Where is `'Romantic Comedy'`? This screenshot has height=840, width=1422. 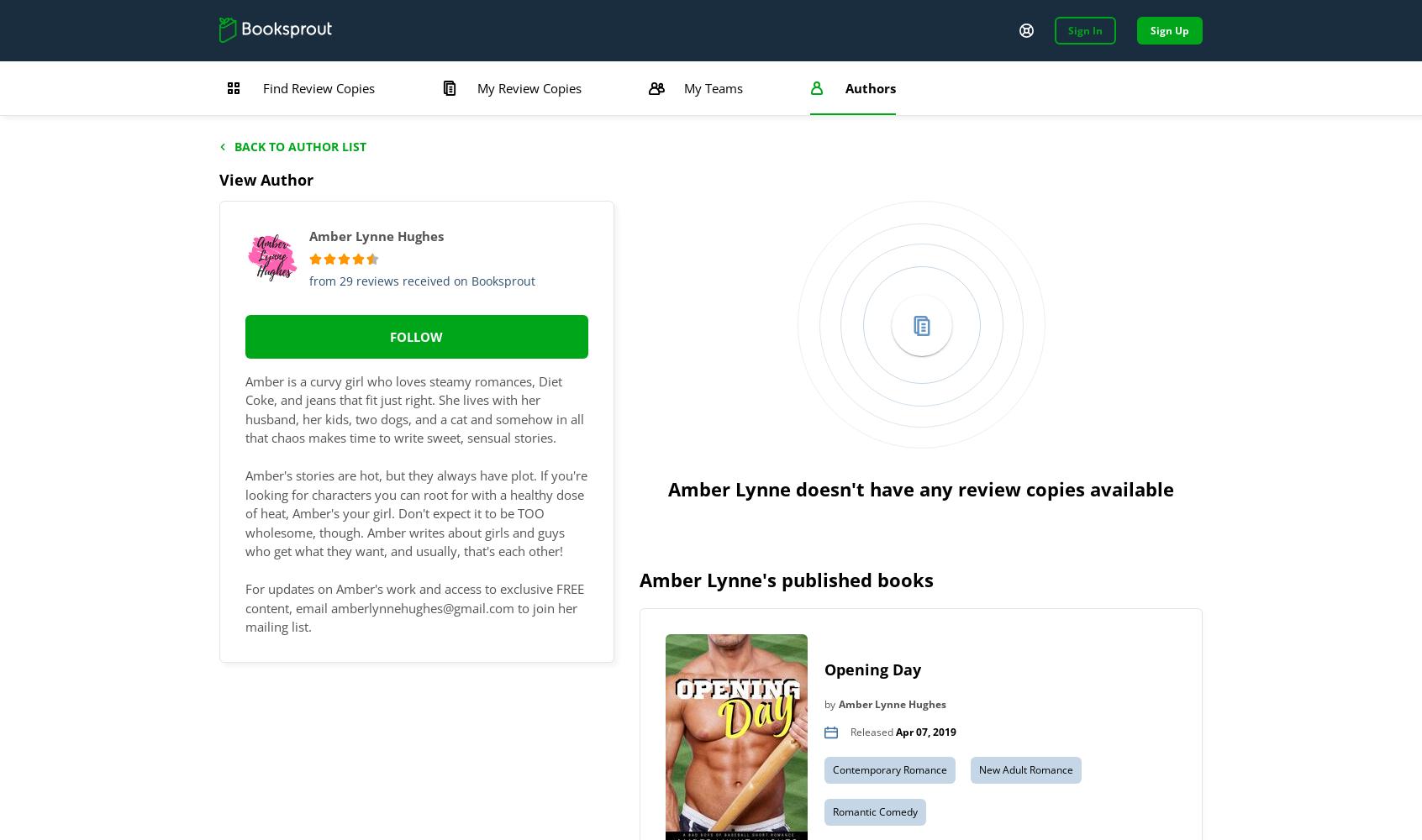
'Romantic Comedy' is located at coordinates (832, 810).